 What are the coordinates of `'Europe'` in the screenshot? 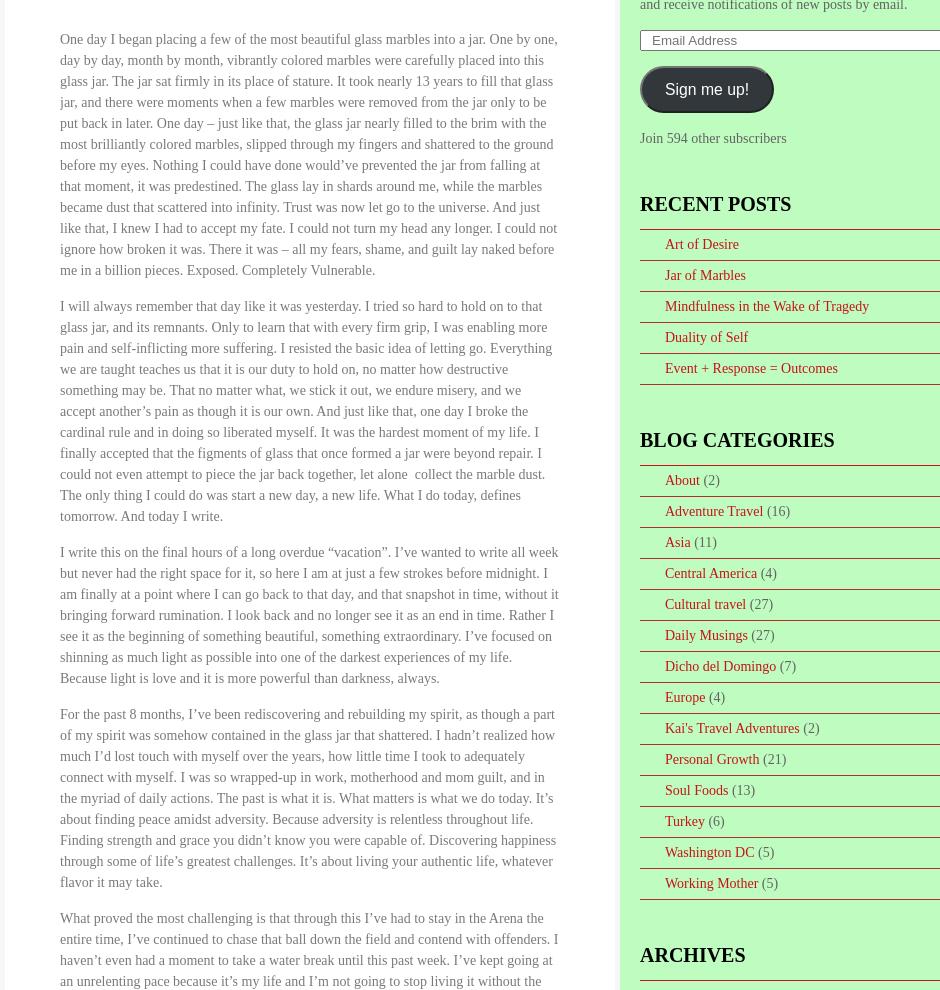 It's located at (664, 696).